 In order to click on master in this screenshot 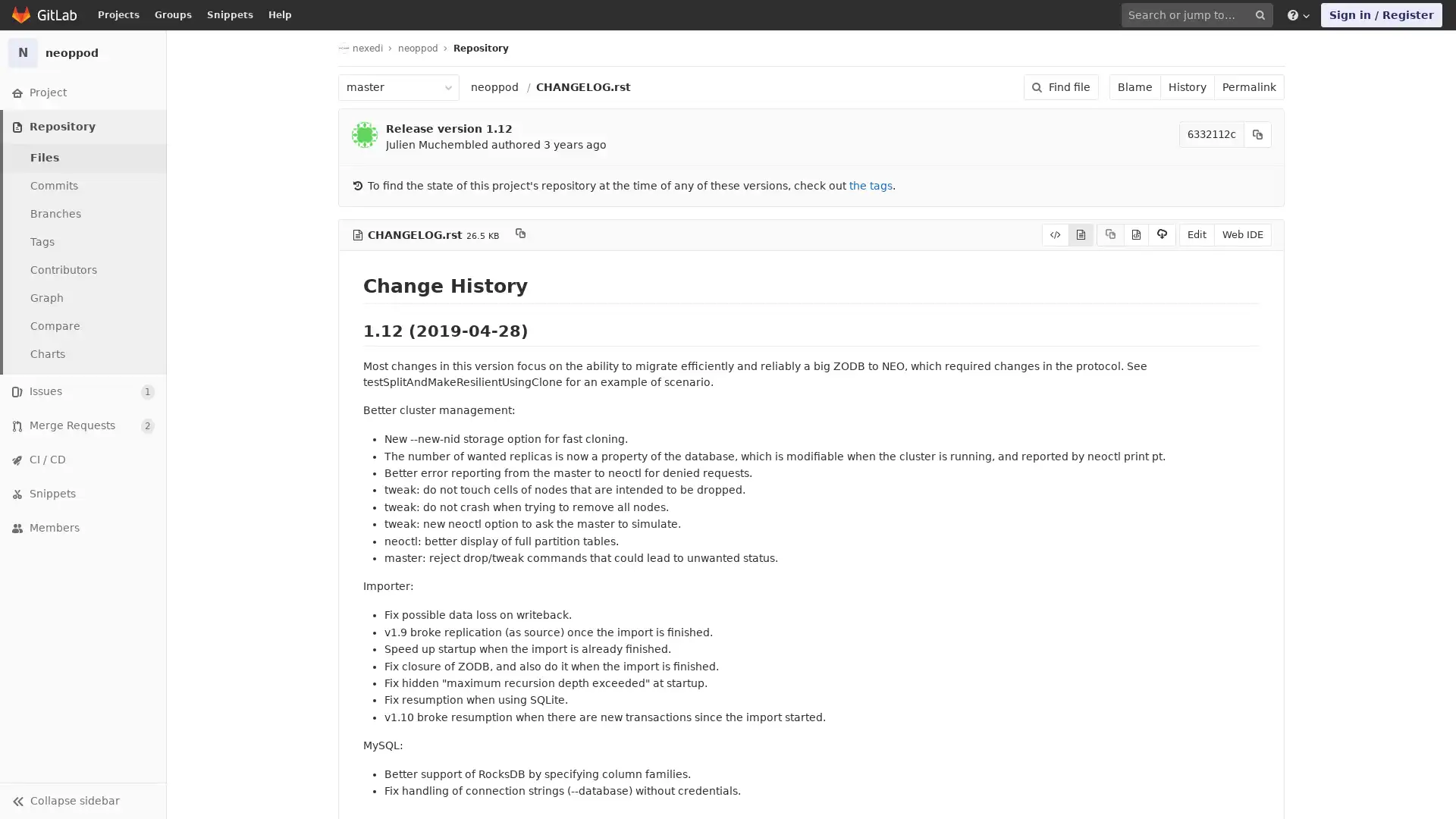, I will do `click(399, 87)`.